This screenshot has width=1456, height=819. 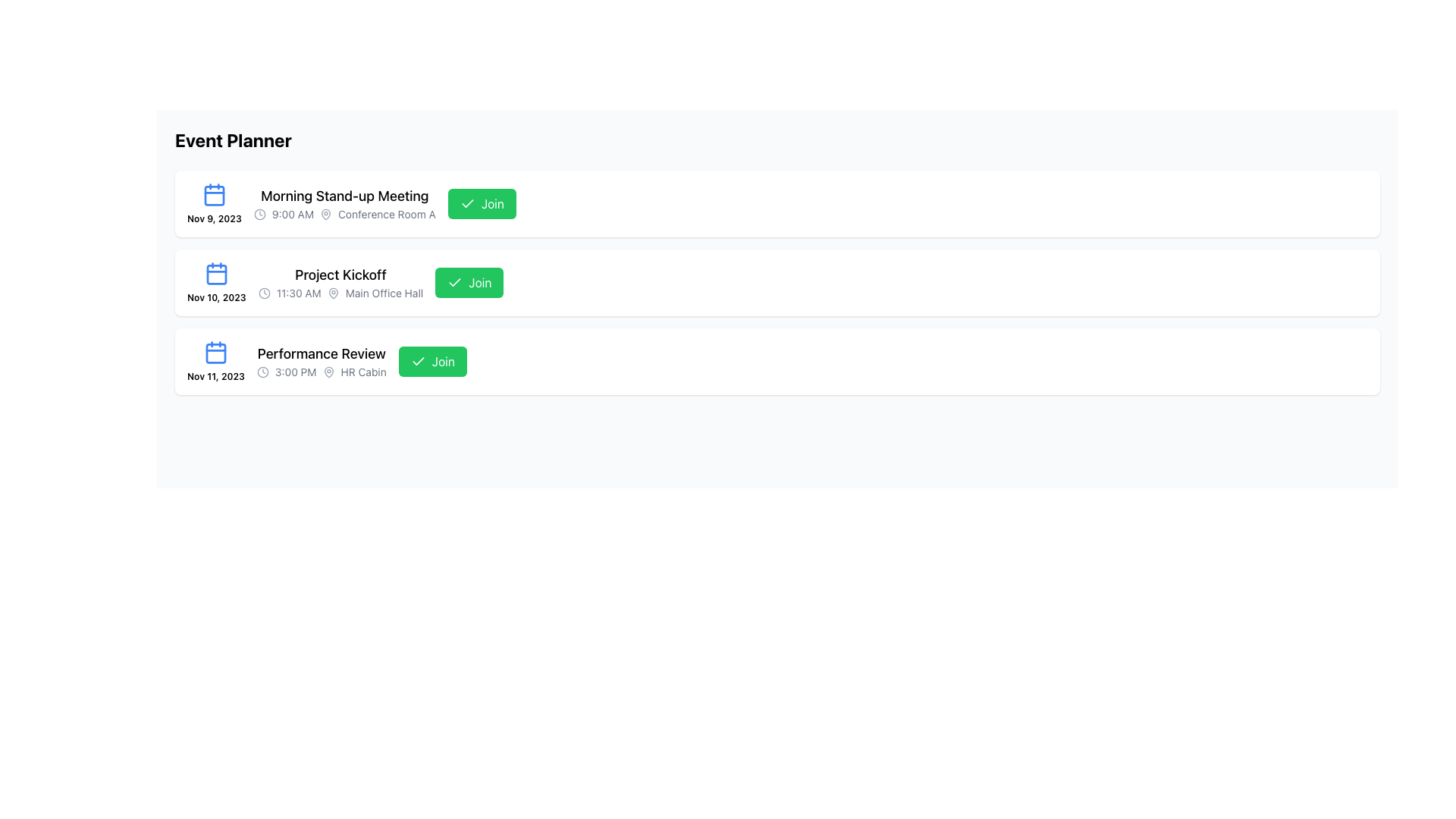 What do you see at coordinates (332, 293) in the screenshot?
I see `the location pin icon` at bounding box center [332, 293].